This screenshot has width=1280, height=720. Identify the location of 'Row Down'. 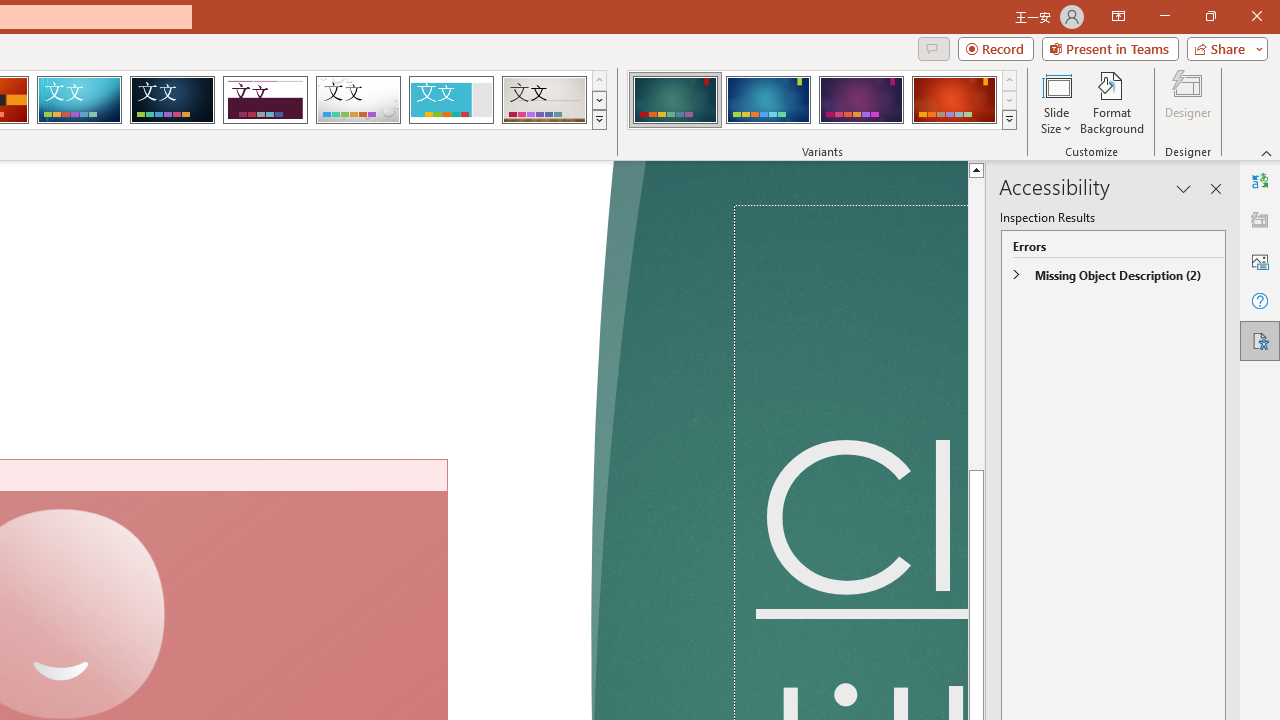
(1009, 100).